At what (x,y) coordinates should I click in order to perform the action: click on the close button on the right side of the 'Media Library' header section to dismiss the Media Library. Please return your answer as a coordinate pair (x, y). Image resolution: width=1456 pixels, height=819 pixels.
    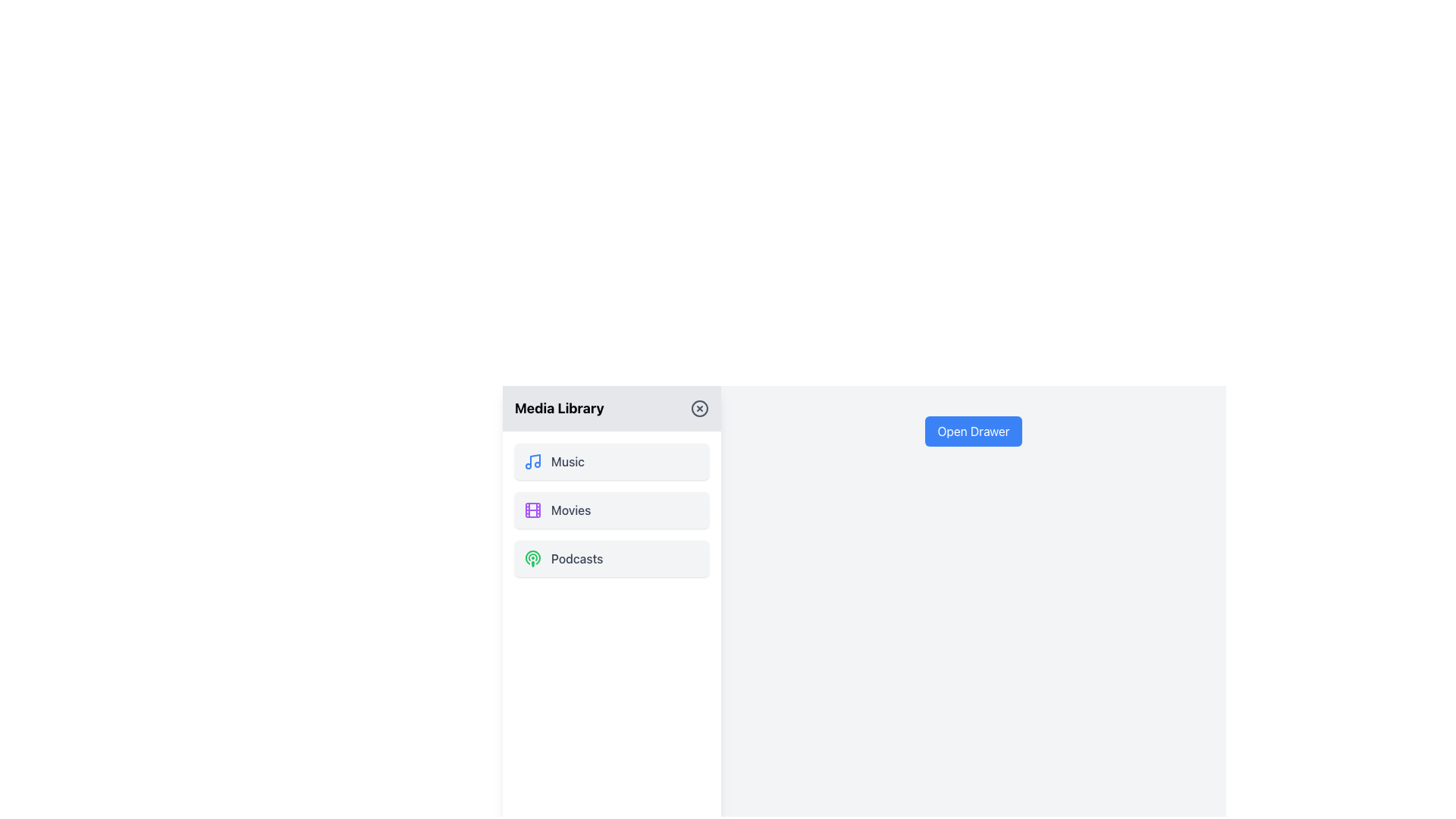
    Looking at the image, I should click on (698, 408).